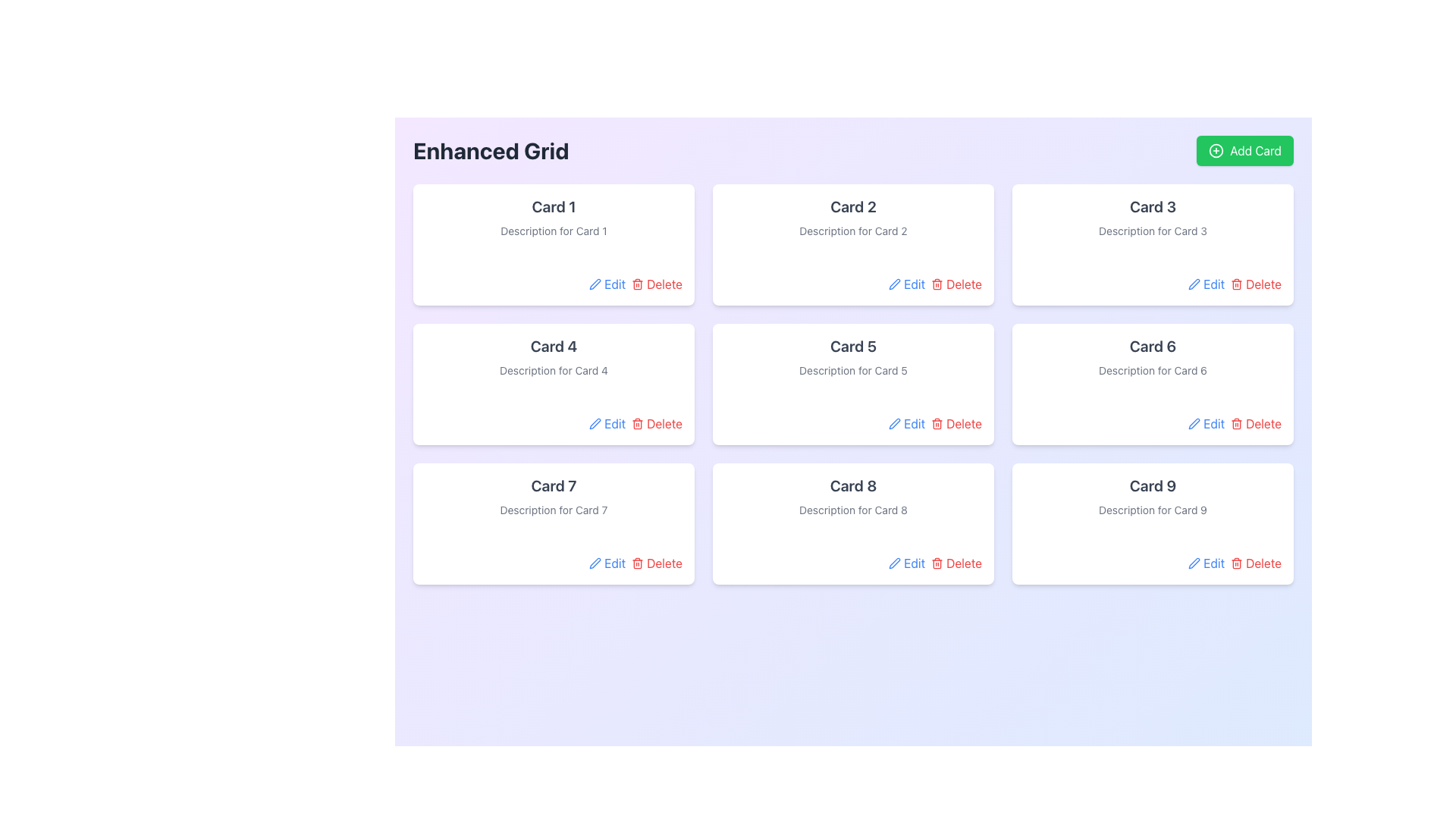 The image size is (1456, 819). What do you see at coordinates (895, 424) in the screenshot?
I see `the pen icon outlined in blue located to the left of the 'Edit' text label in the action bar at the bottom of Card 5` at bounding box center [895, 424].